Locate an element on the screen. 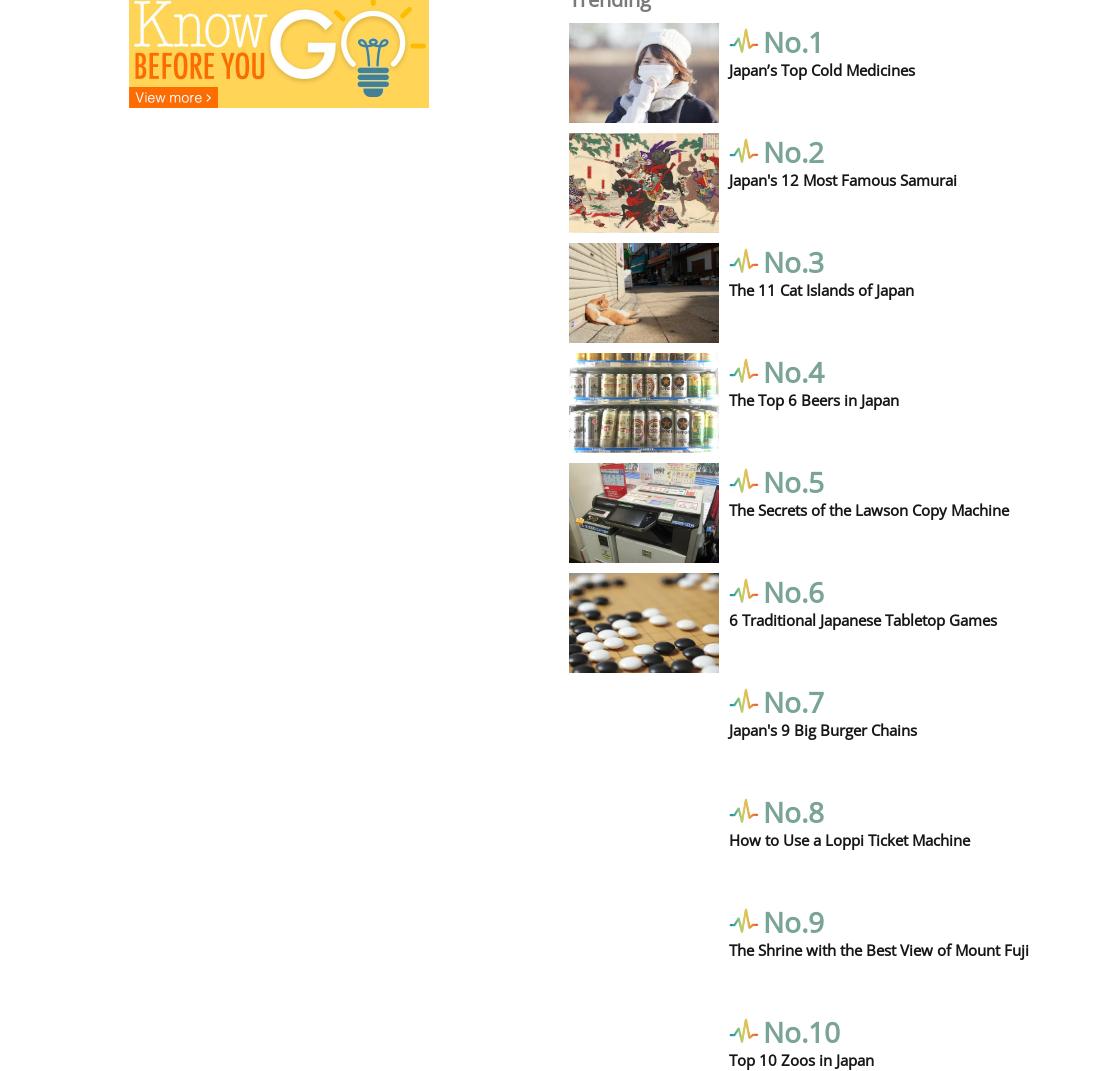 The height and width of the screenshot is (1071, 1117). 'No.5' is located at coordinates (792, 479).